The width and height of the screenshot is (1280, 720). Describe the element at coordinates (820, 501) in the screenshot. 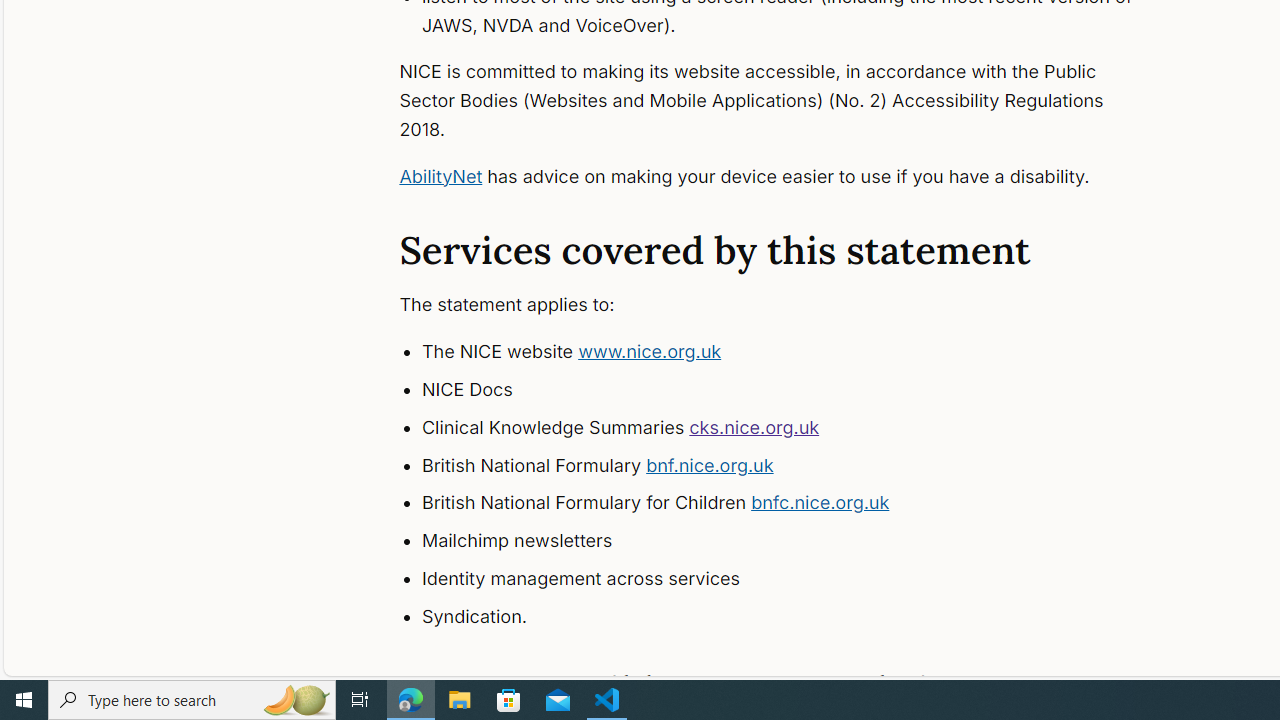

I see `'bnfc.nice.org.uk'` at that location.